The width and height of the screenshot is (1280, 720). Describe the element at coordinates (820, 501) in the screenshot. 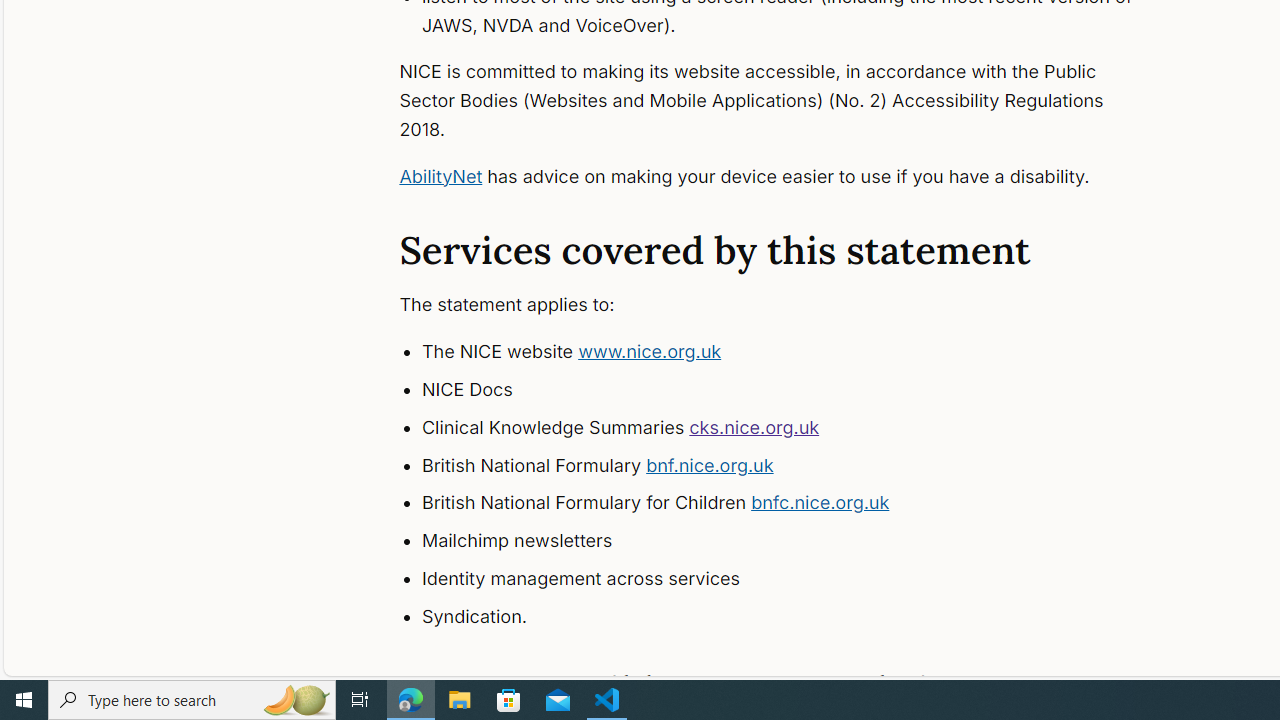

I see `'bnfc.nice.org.uk'` at that location.